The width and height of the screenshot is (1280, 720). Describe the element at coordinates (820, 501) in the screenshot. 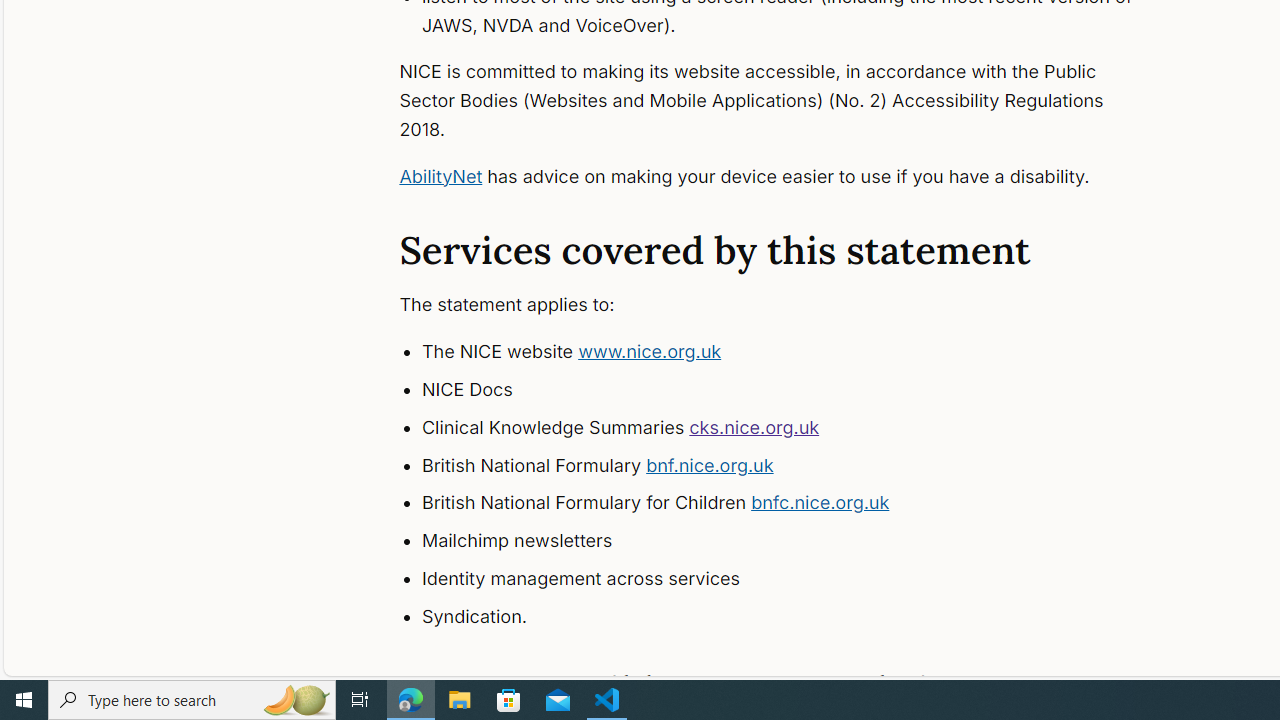

I see `'bnfc.nice.org.uk'` at that location.